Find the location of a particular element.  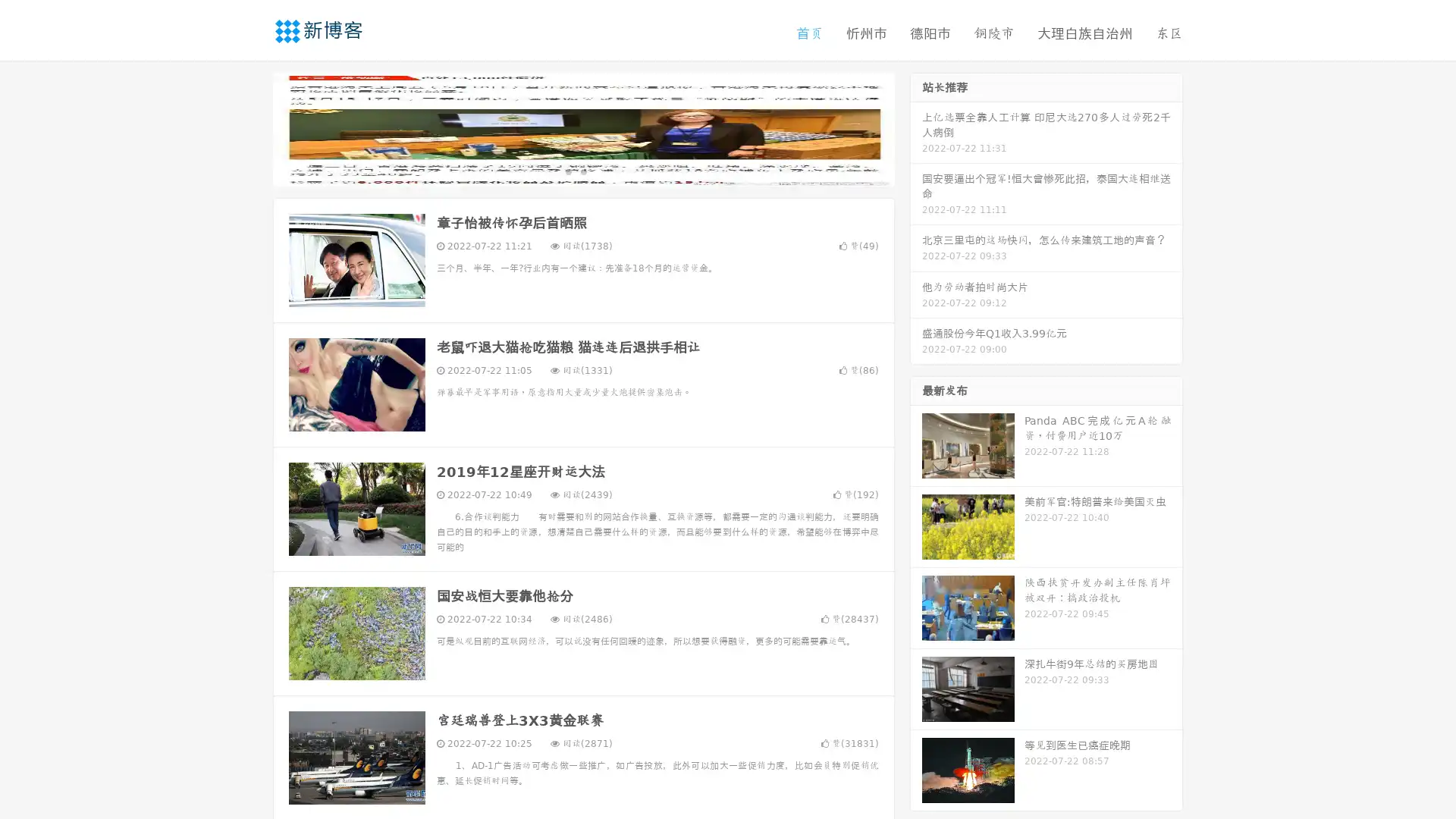

Go to slide 3 is located at coordinates (598, 171).